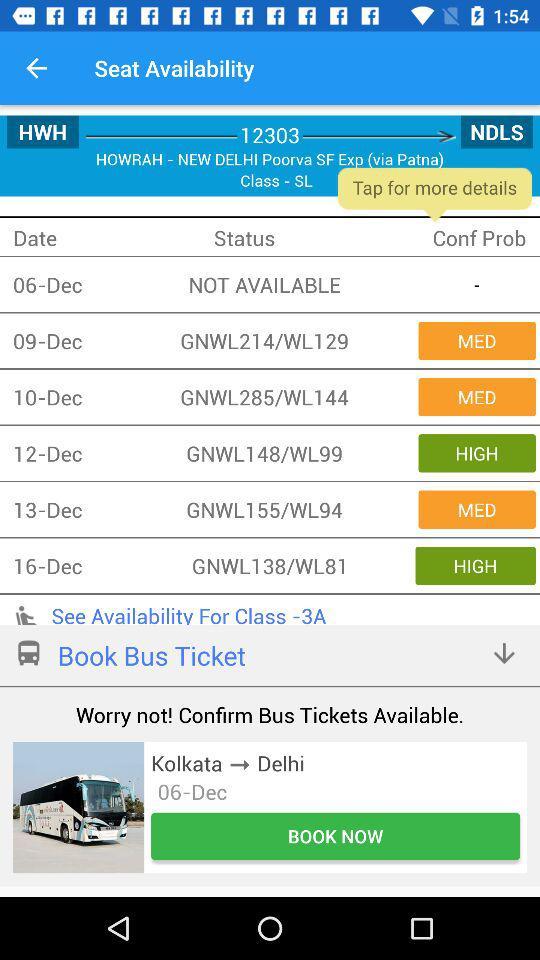 This screenshot has width=540, height=960. What do you see at coordinates (335, 836) in the screenshot?
I see `book now item` at bounding box center [335, 836].